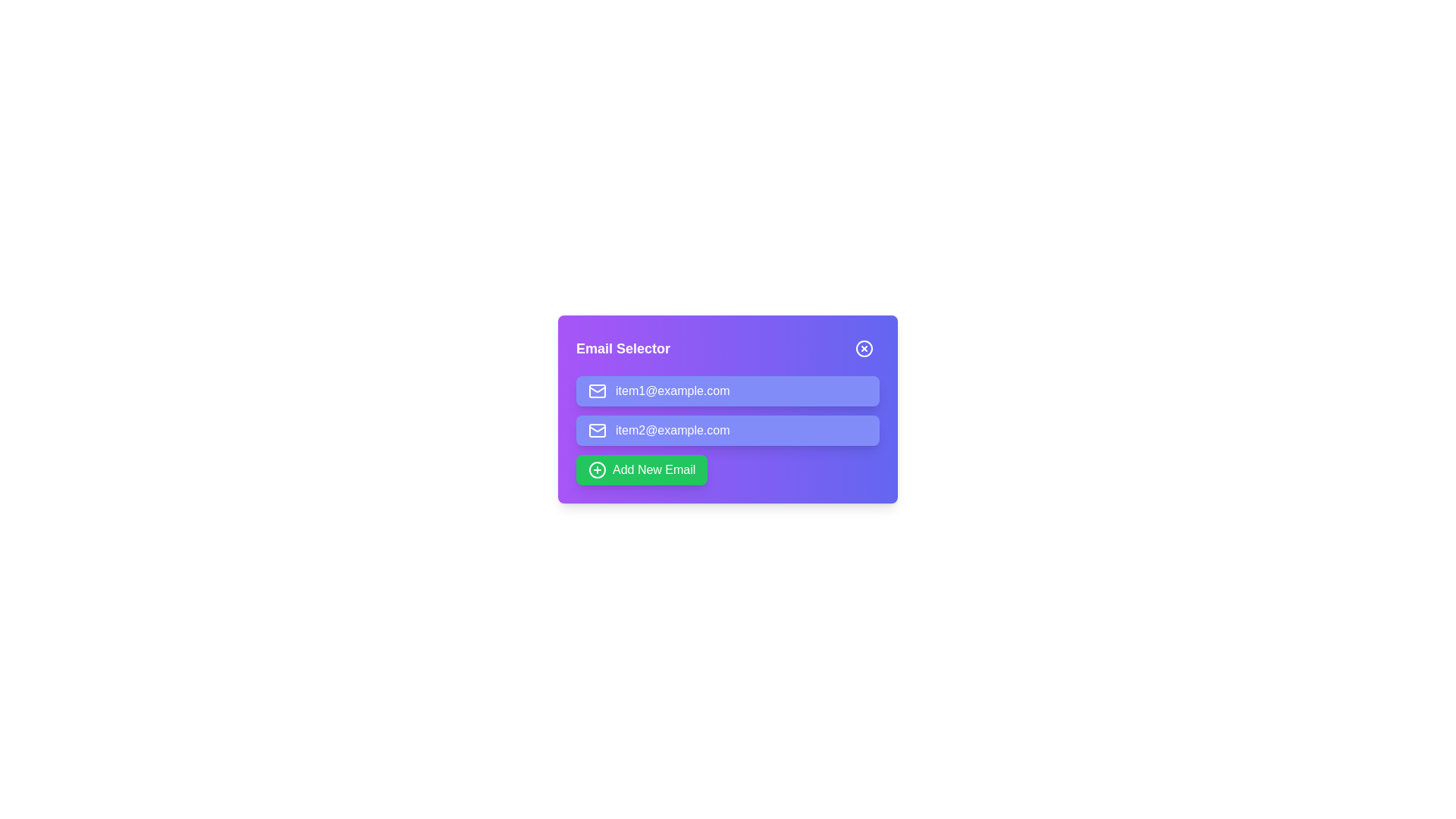  Describe the element at coordinates (864, 348) in the screenshot. I see `the close button of the dialog to close it` at that location.